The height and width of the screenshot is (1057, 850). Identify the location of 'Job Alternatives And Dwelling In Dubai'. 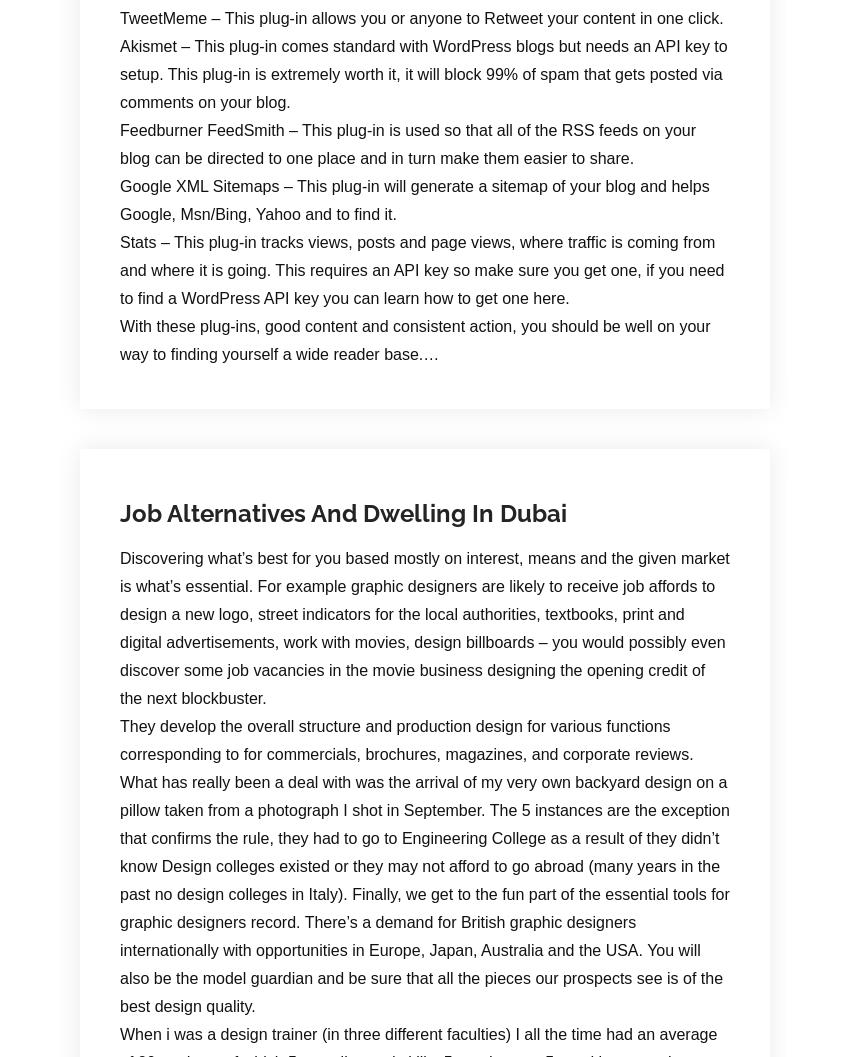
(119, 512).